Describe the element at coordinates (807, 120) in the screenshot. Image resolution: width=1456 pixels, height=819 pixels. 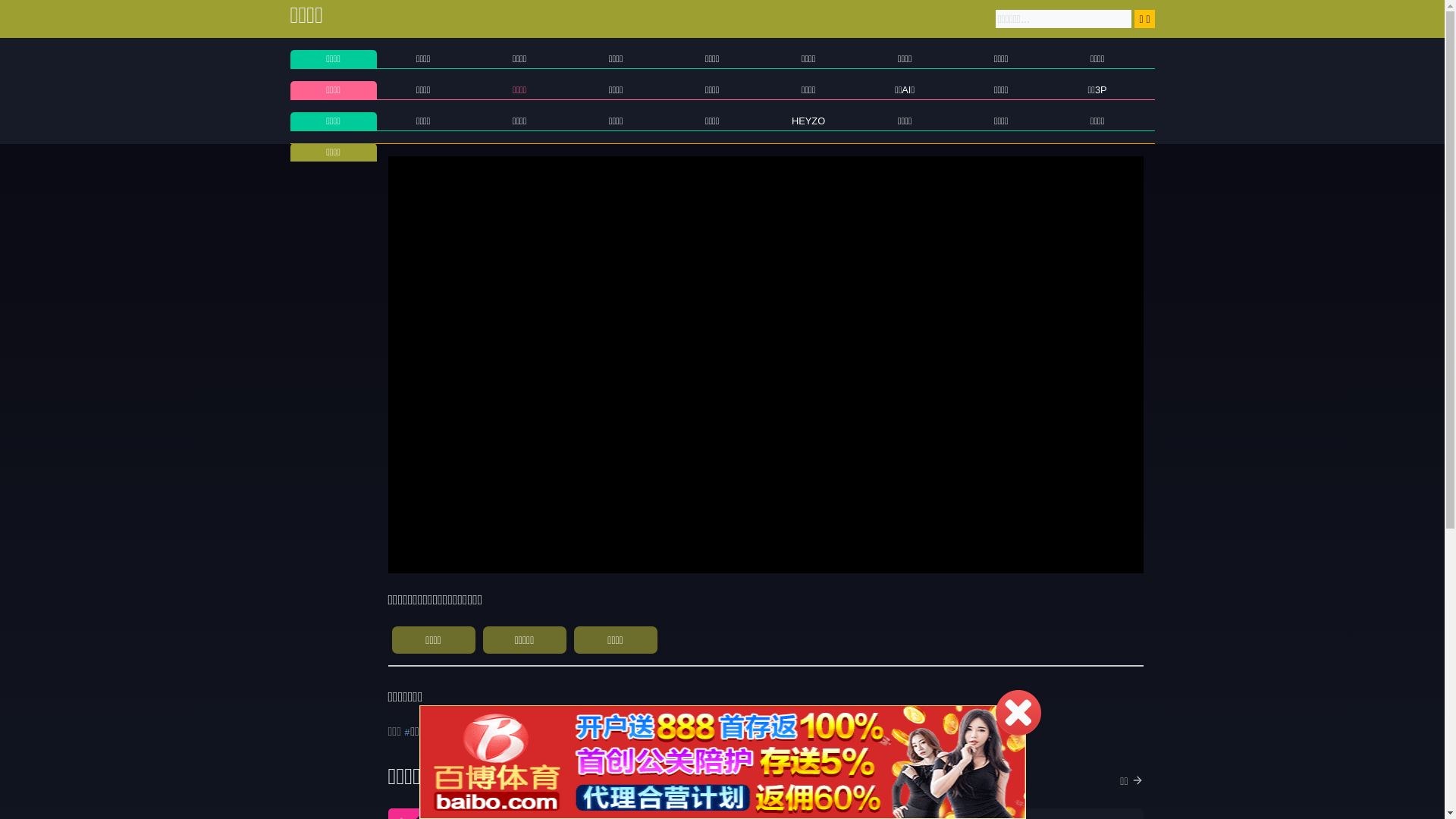
I see `'HEYZO'` at that location.